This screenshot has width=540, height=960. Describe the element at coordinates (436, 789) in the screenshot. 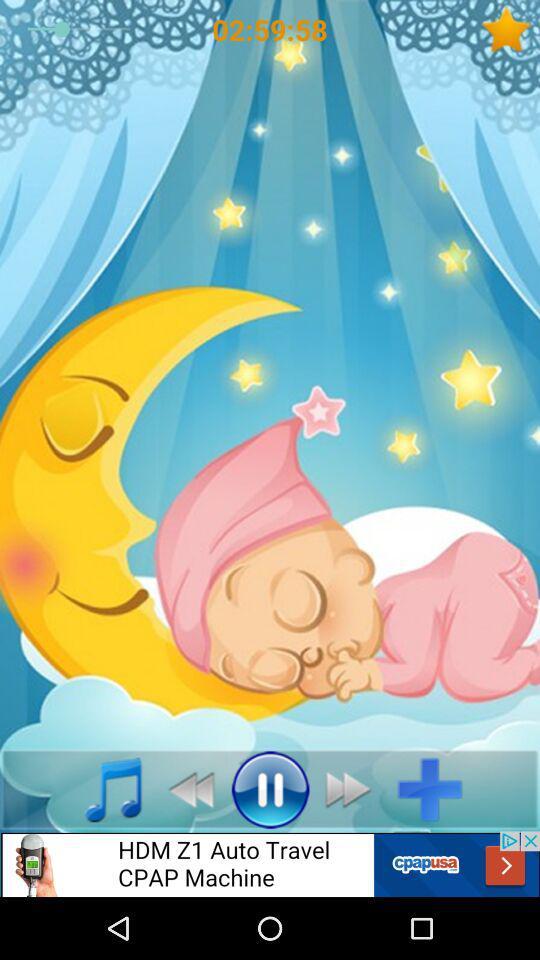

I see `track option` at that location.